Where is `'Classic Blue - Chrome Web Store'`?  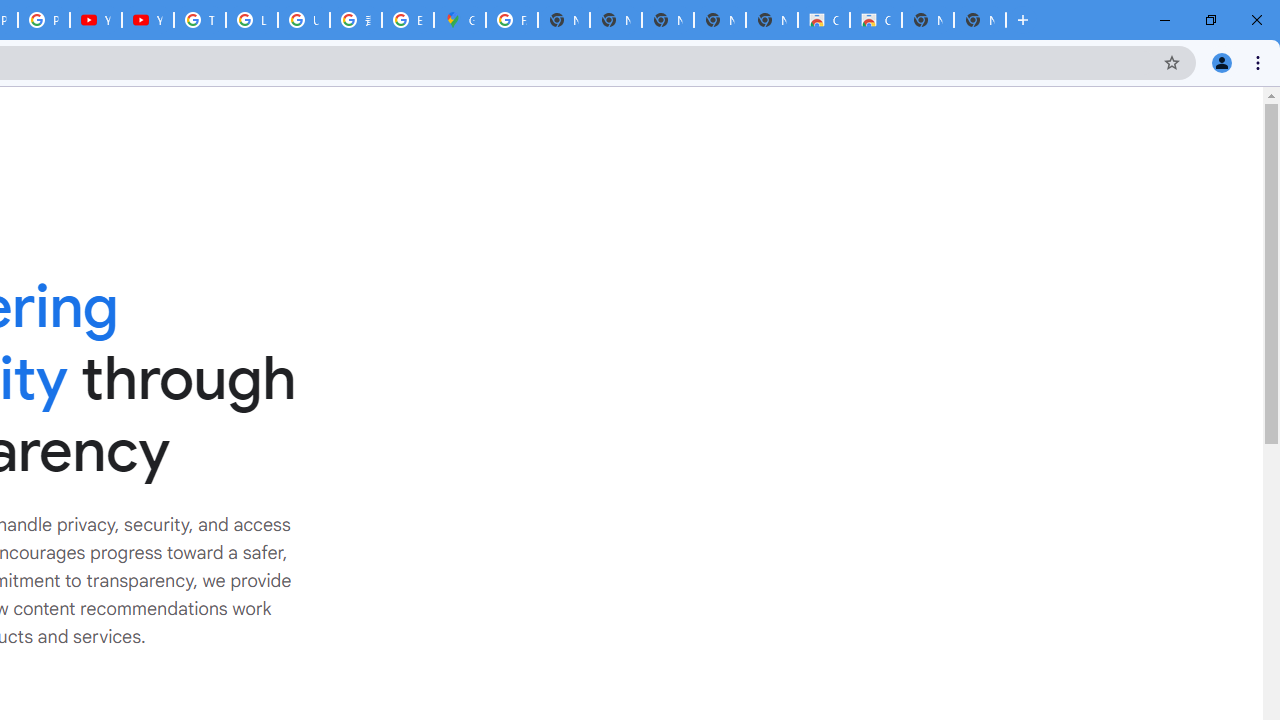 'Classic Blue - Chrome Web Store' is located at coordinates (823, 20).